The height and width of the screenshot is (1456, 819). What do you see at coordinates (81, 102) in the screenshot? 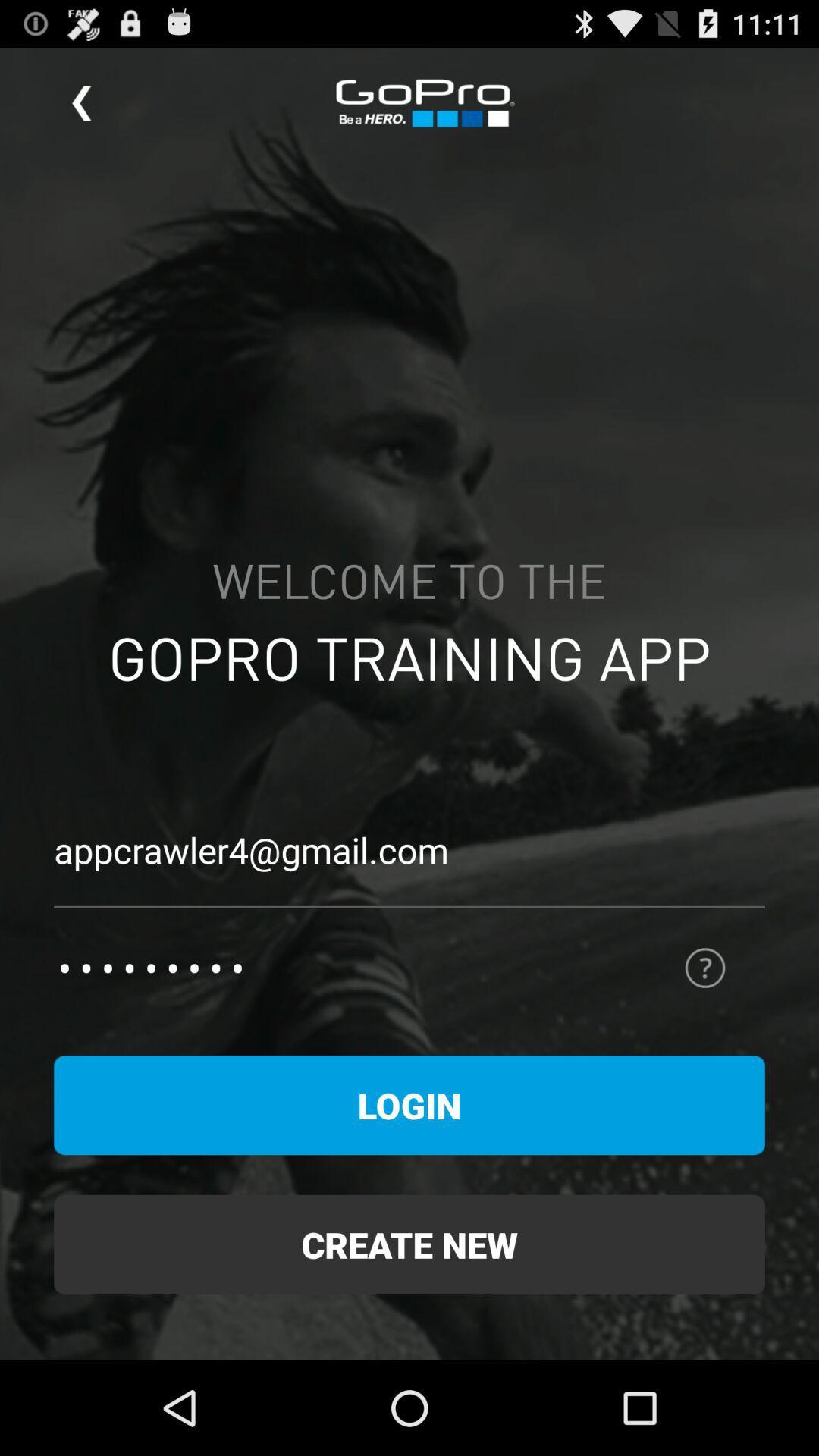
I see `go back` at bounding box center [81, 102].